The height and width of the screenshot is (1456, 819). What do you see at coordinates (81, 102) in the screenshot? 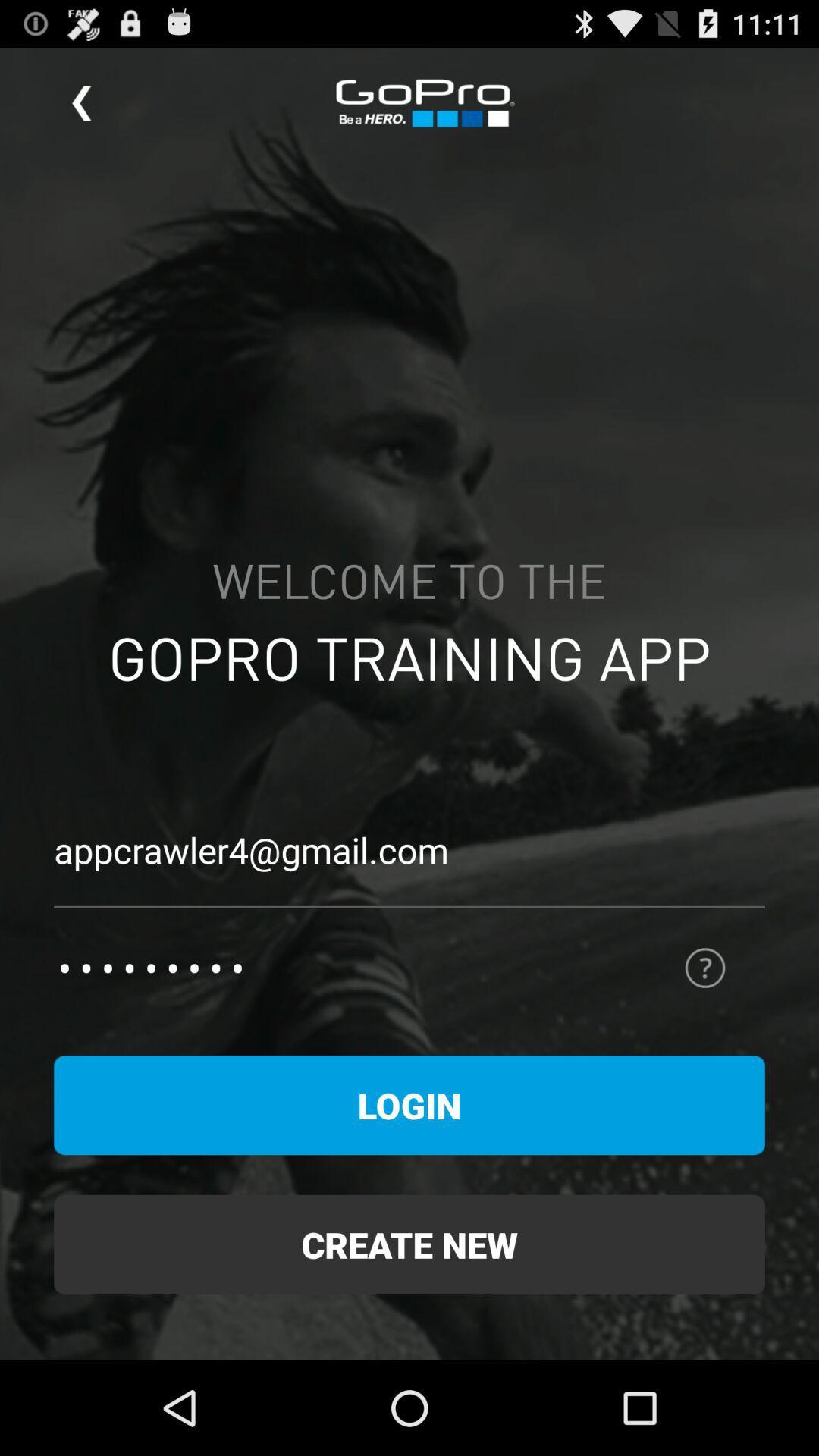
I see `go back` at bounding box center [81, 102].